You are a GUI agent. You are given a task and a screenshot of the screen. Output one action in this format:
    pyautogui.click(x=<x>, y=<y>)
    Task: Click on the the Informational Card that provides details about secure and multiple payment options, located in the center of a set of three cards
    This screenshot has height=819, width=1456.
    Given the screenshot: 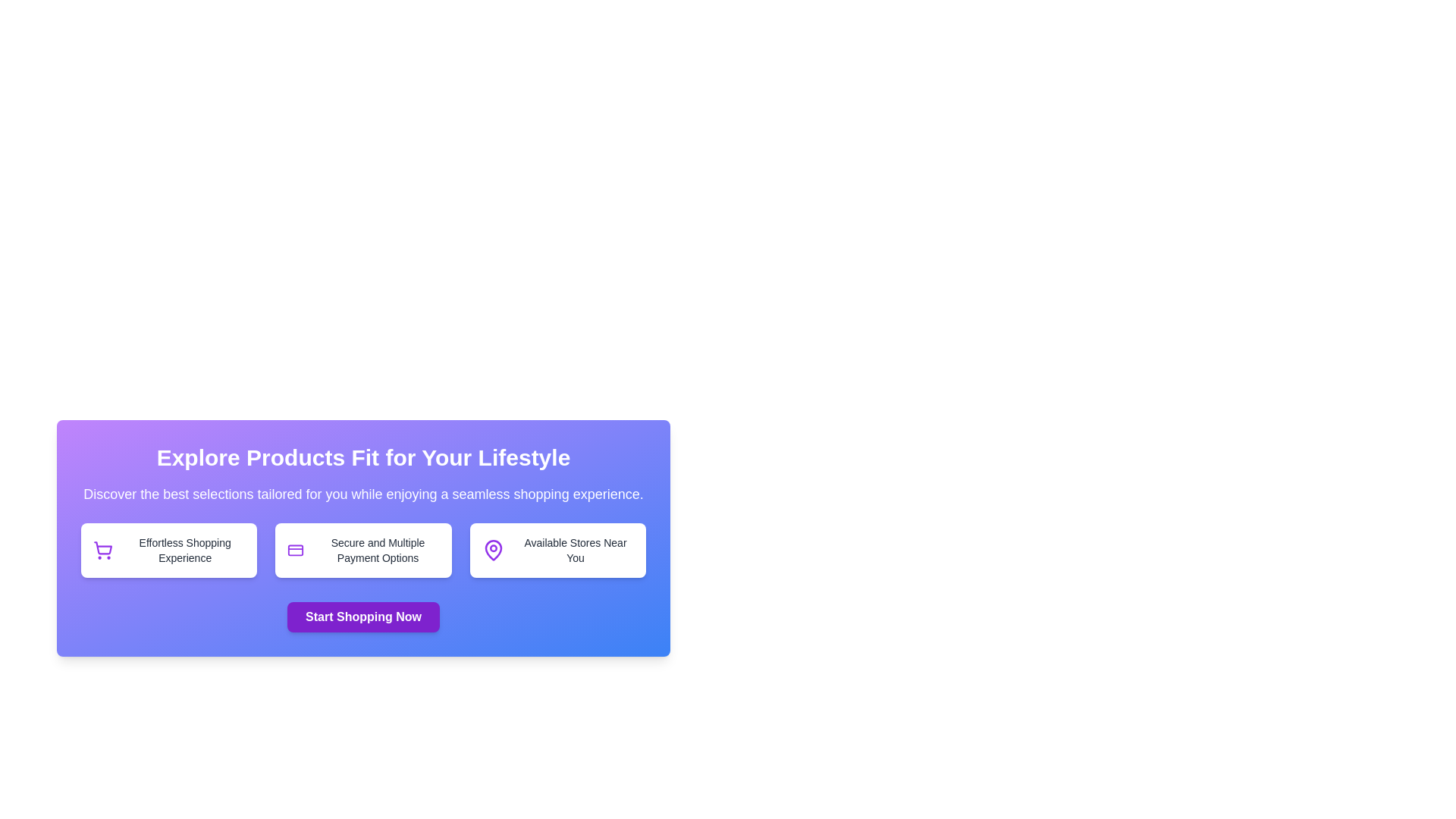 What is the action you would take?
    pyautogui.click(x=362, y=550)
    